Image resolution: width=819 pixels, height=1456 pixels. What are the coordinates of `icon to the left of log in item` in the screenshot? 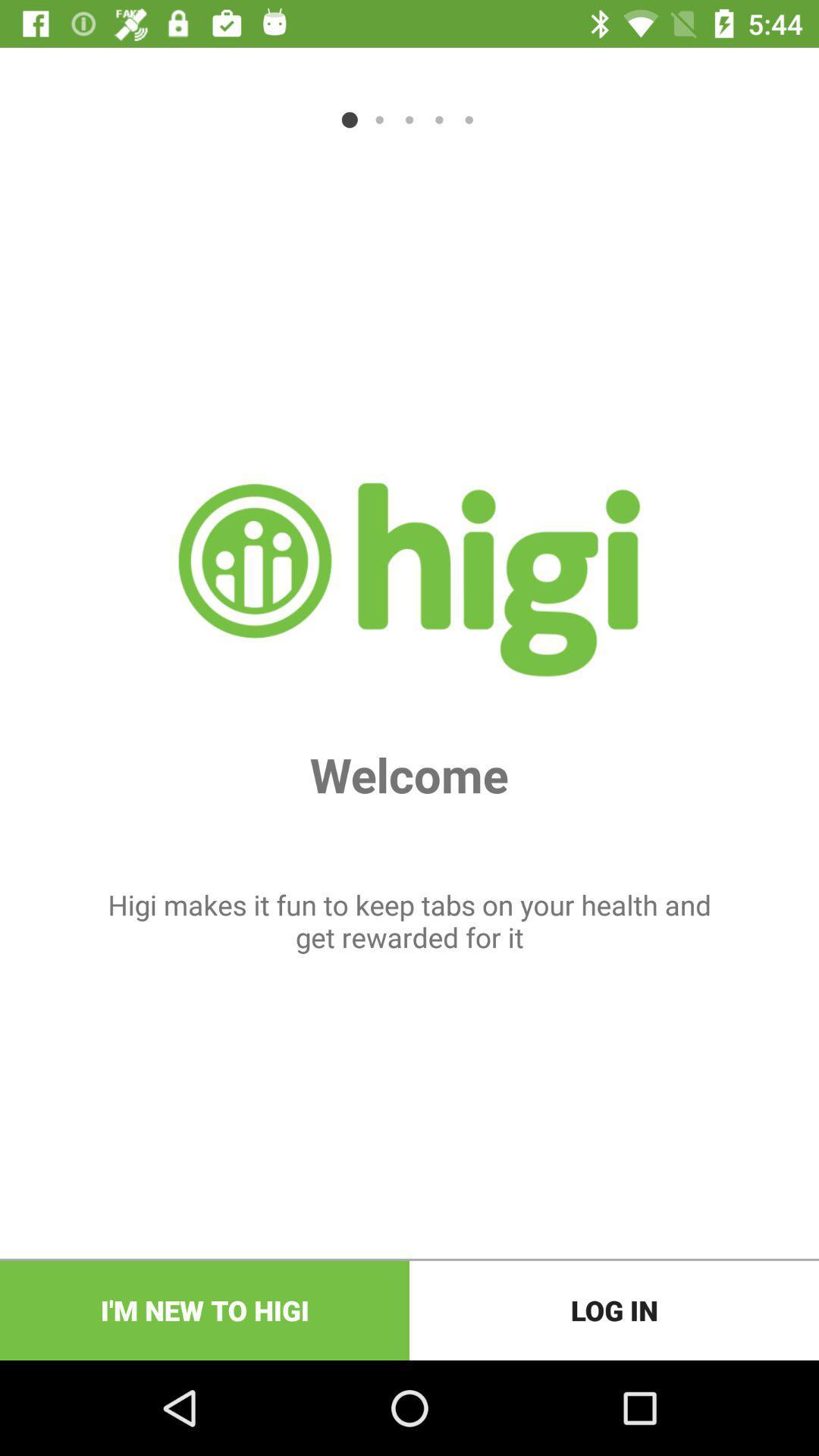 It's located at (205, 1310).